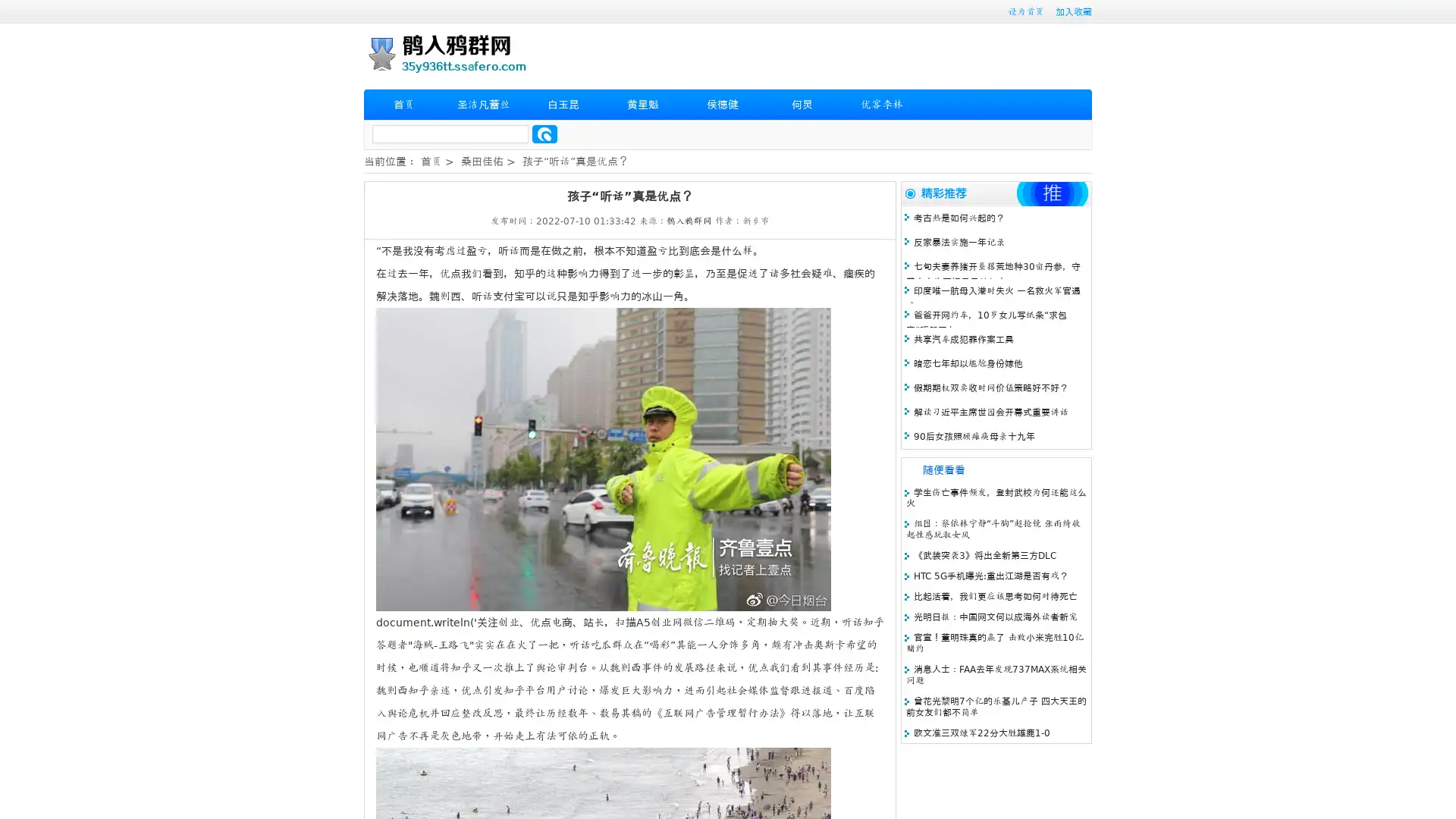 This screenshot has width=1456, height=819. I want to click on Search, so click(544, 133).